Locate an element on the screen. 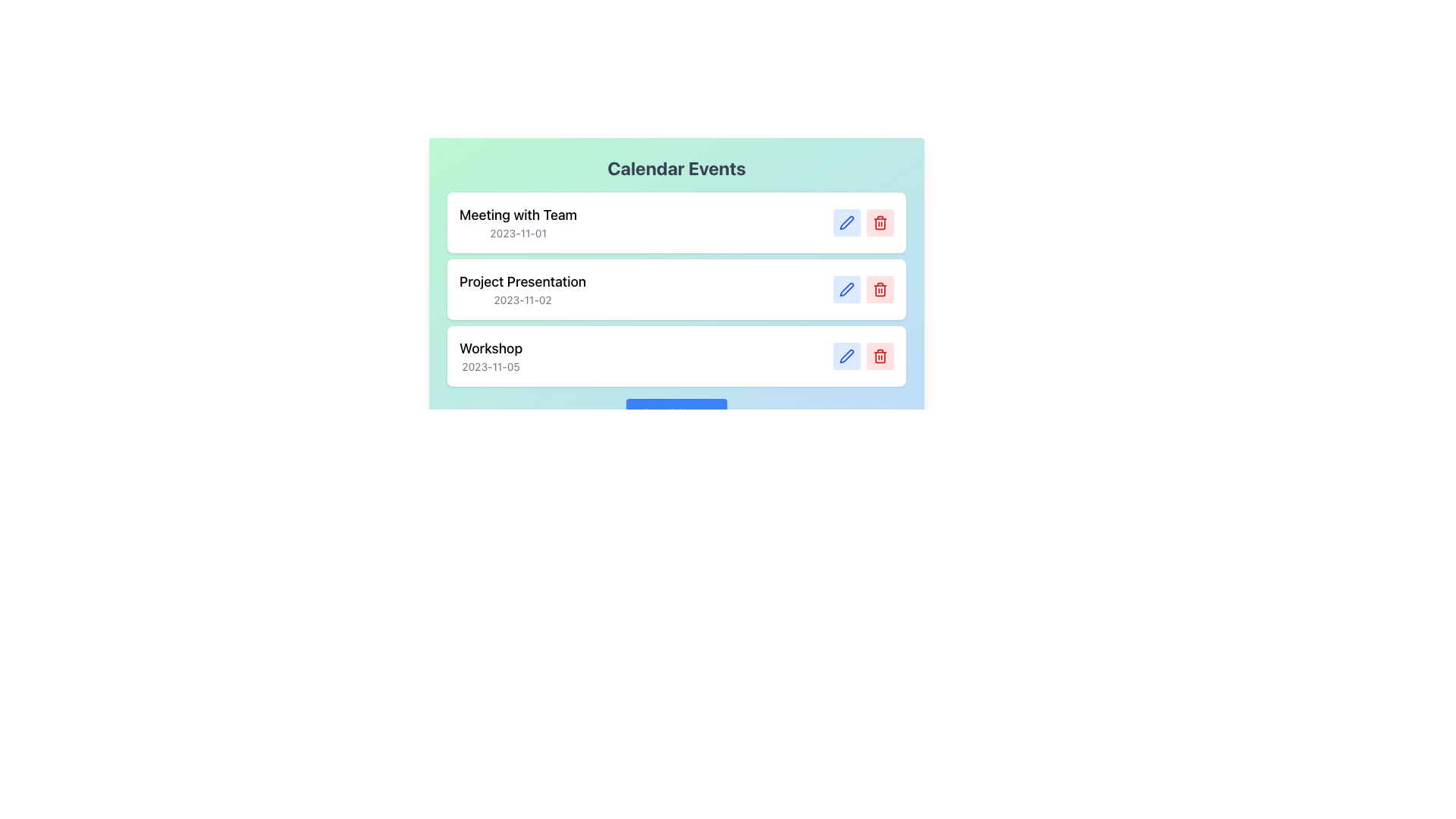 The image size is (1456, 819). the 'Workshop' label that displays in bold, medium-sized font, positioned to the left of the date '2023-11-05' in the bottom-most event block is located at coordinates (491, 348).